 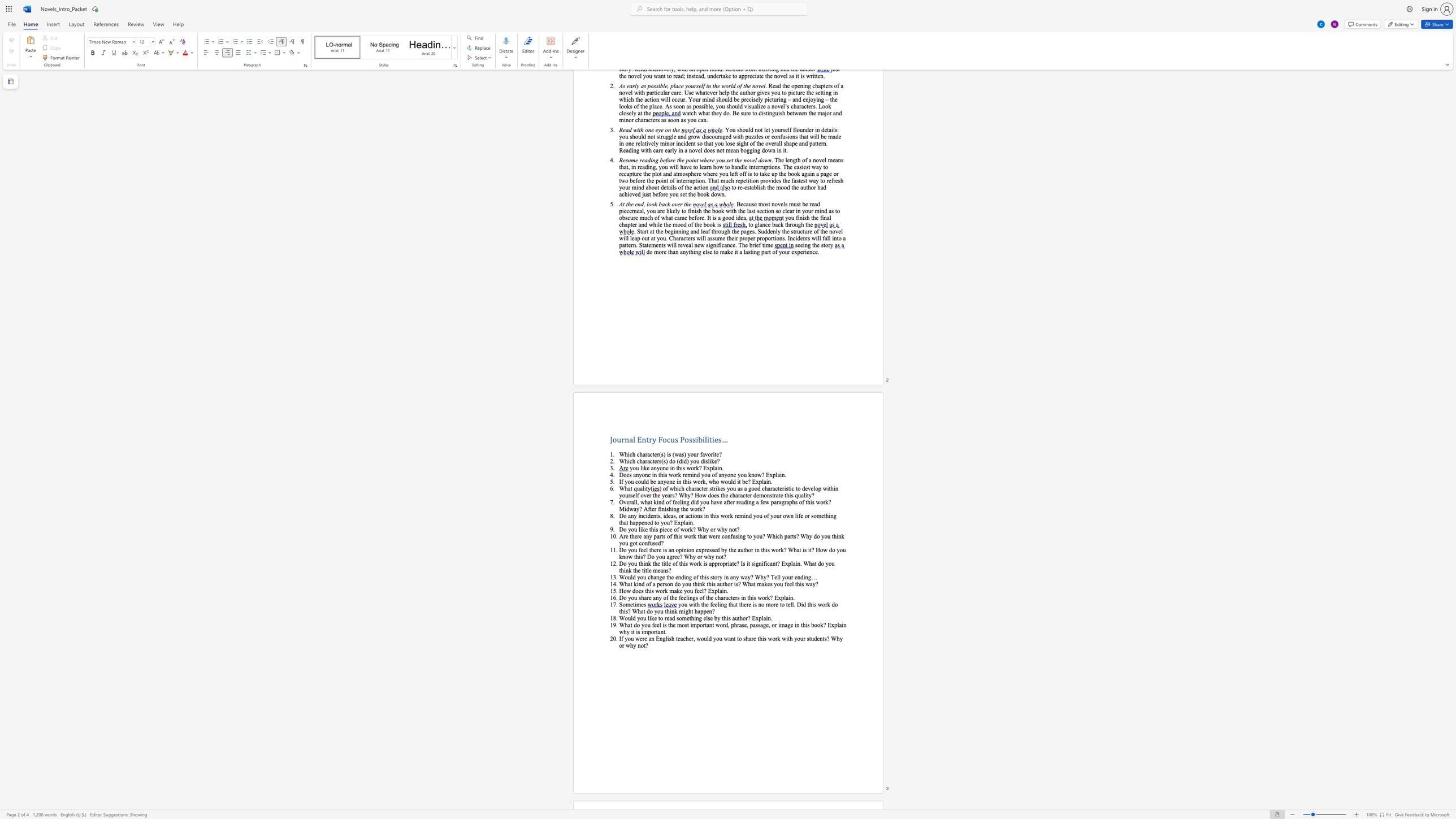 What do you see at coordinates (627, 638) in the screenshot?
I see `the subset text "ou were an English teacher, would you w" within the text "If you were an English teacher, would you want to share this work with your students? Why or why not?"` at bounding box center [627, 638].